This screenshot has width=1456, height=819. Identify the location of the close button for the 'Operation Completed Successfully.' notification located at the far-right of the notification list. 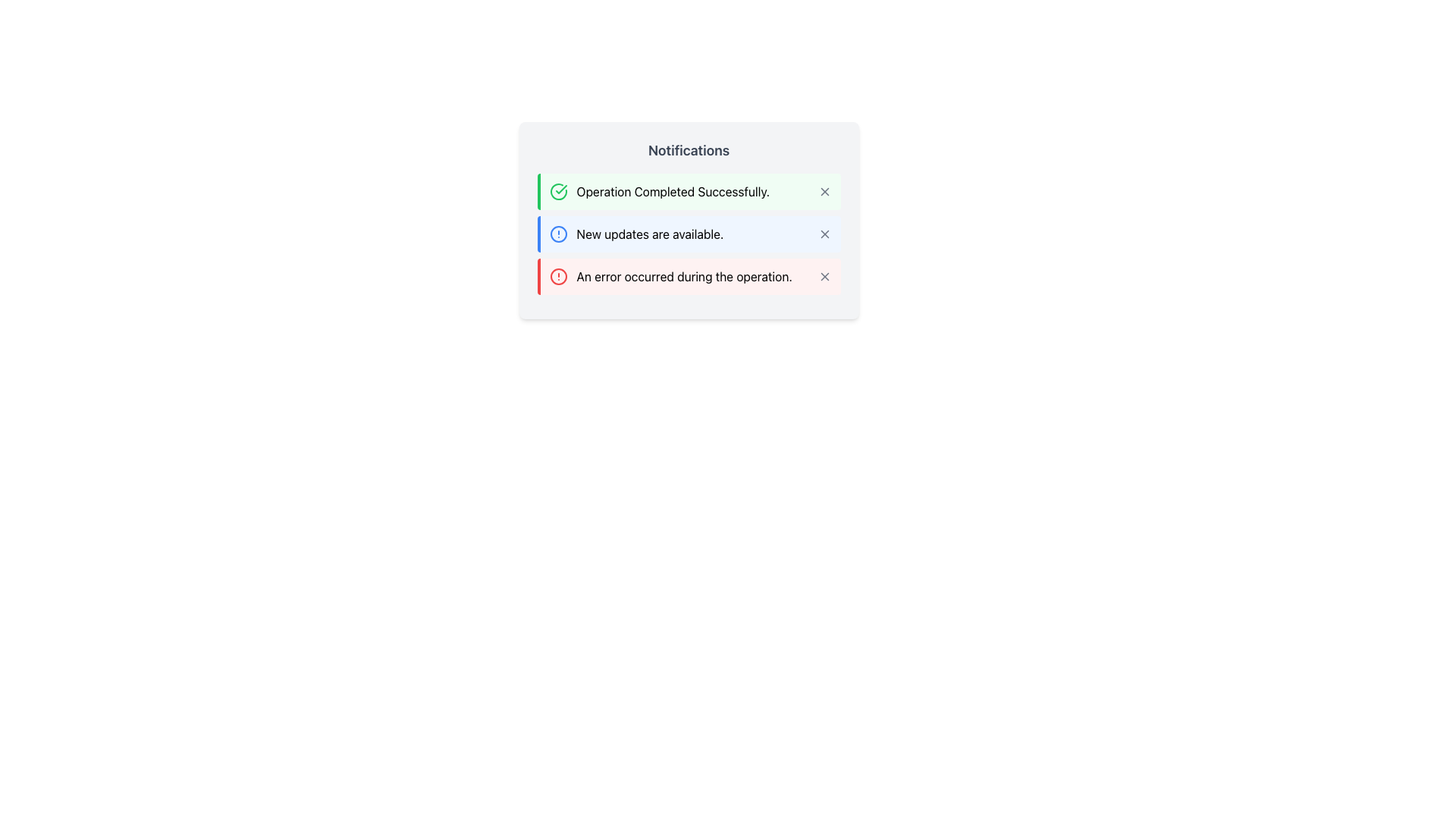
(824, 191).